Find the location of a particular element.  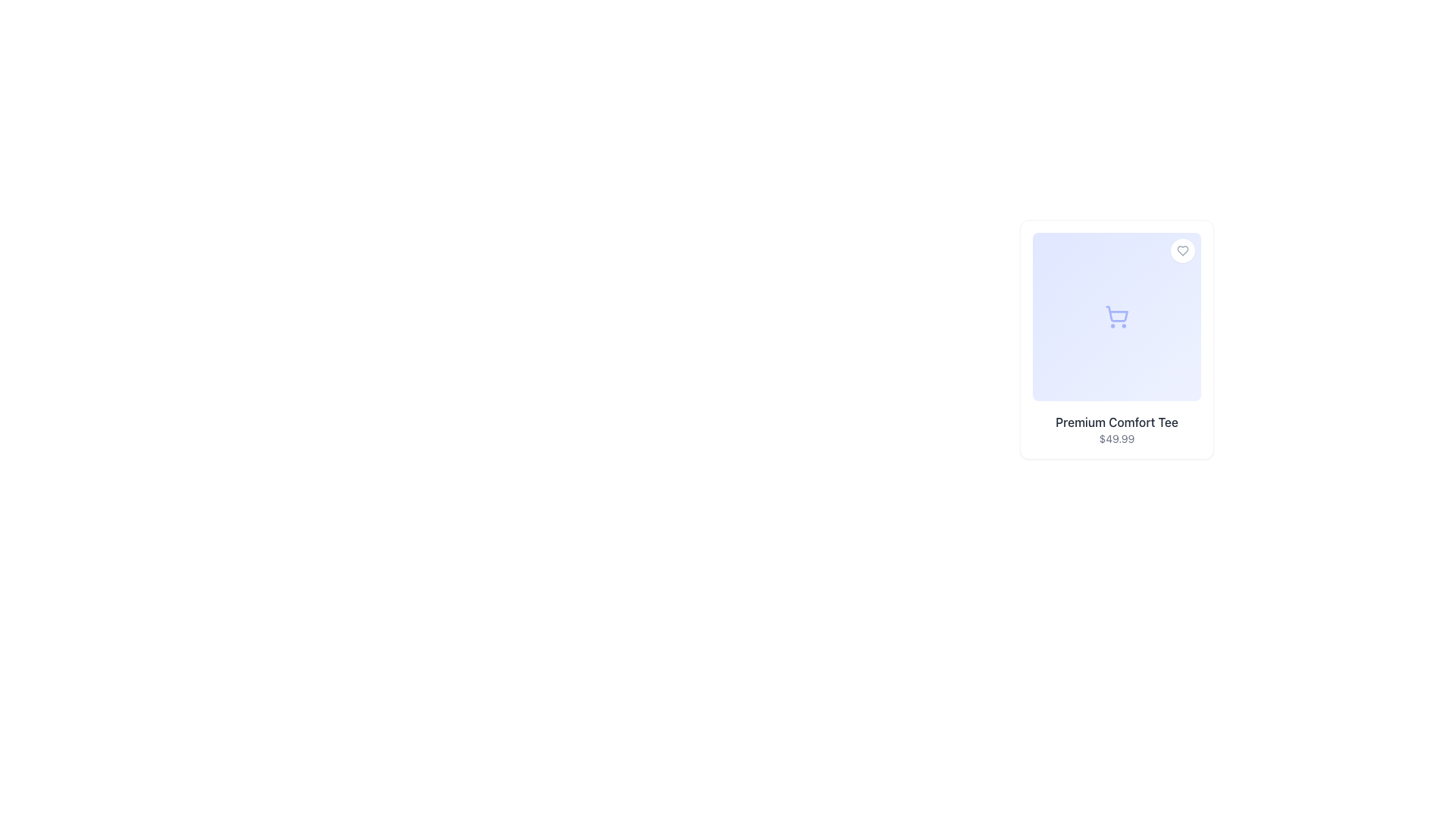

the heart icon located in the top-right corner of the product card is located at coordinates (1182, 250).